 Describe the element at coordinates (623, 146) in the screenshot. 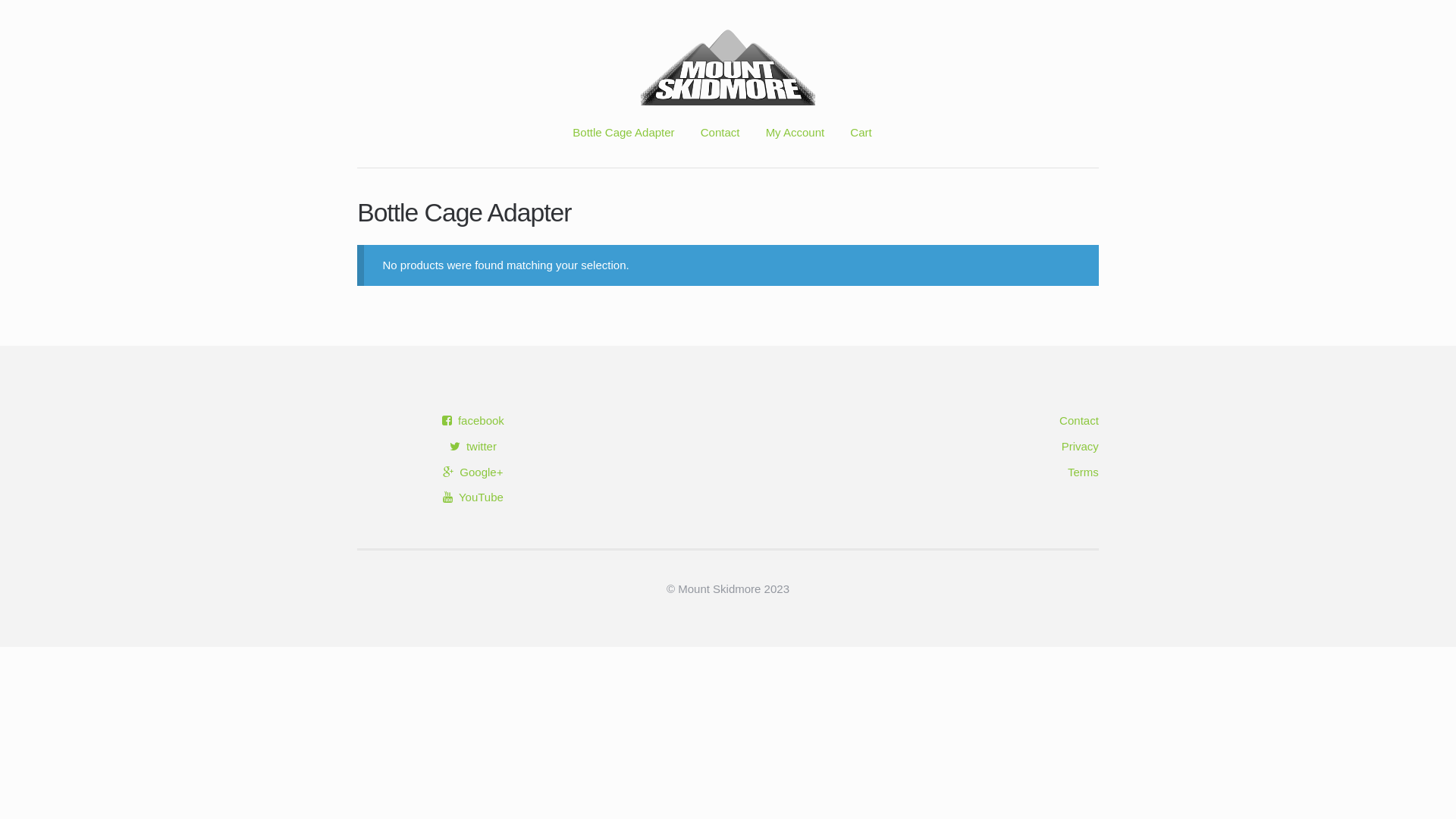

I see `'Bottle Cage Adapter'` at that location.